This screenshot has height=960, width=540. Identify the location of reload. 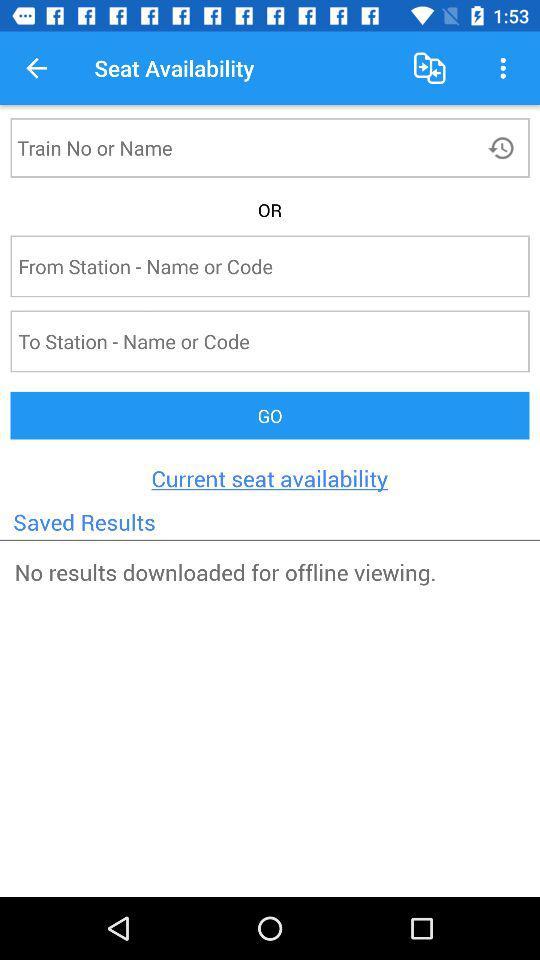
(502, 146).